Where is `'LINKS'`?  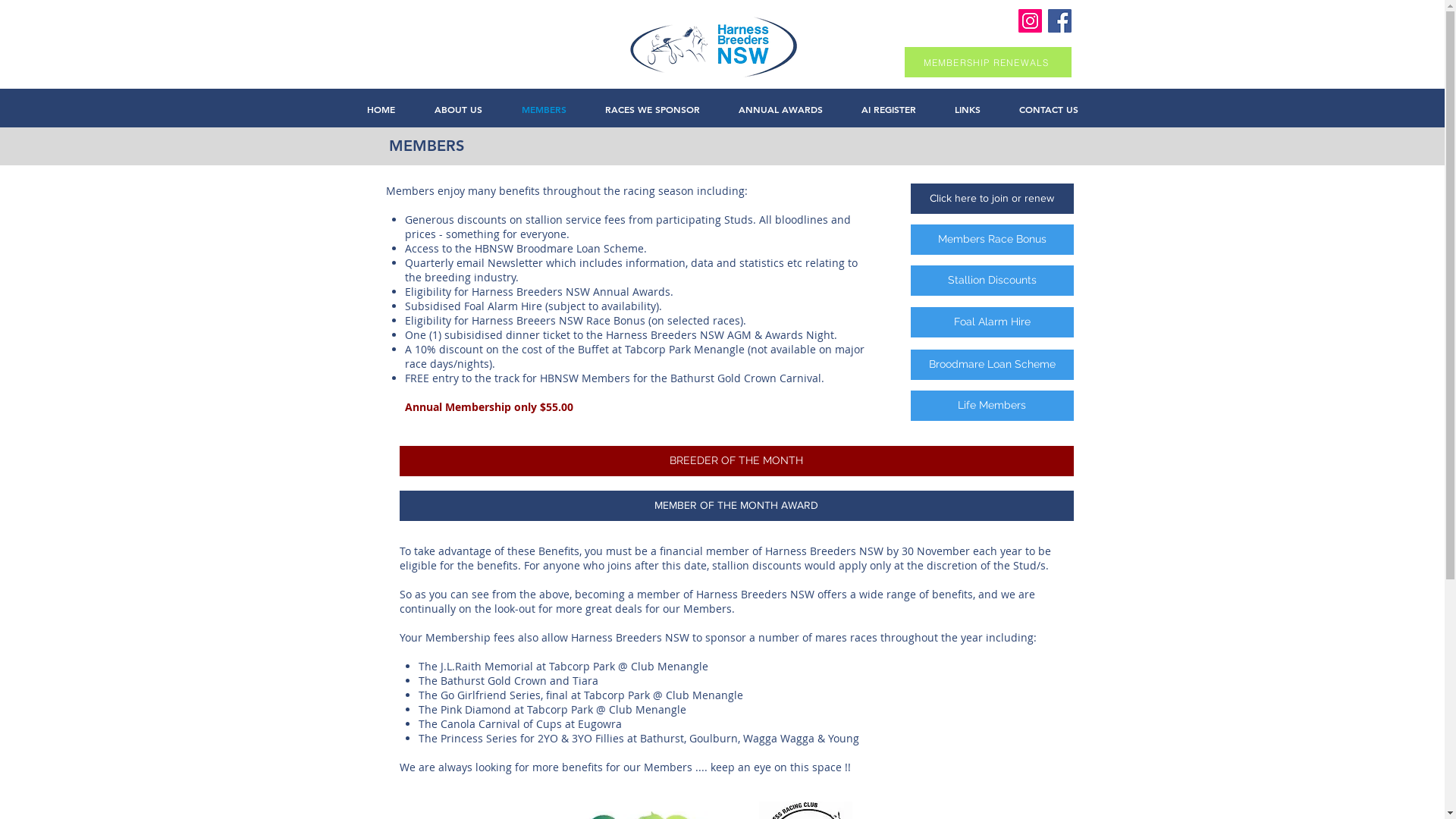
'LINKS' is located at coordinates (967, 108).